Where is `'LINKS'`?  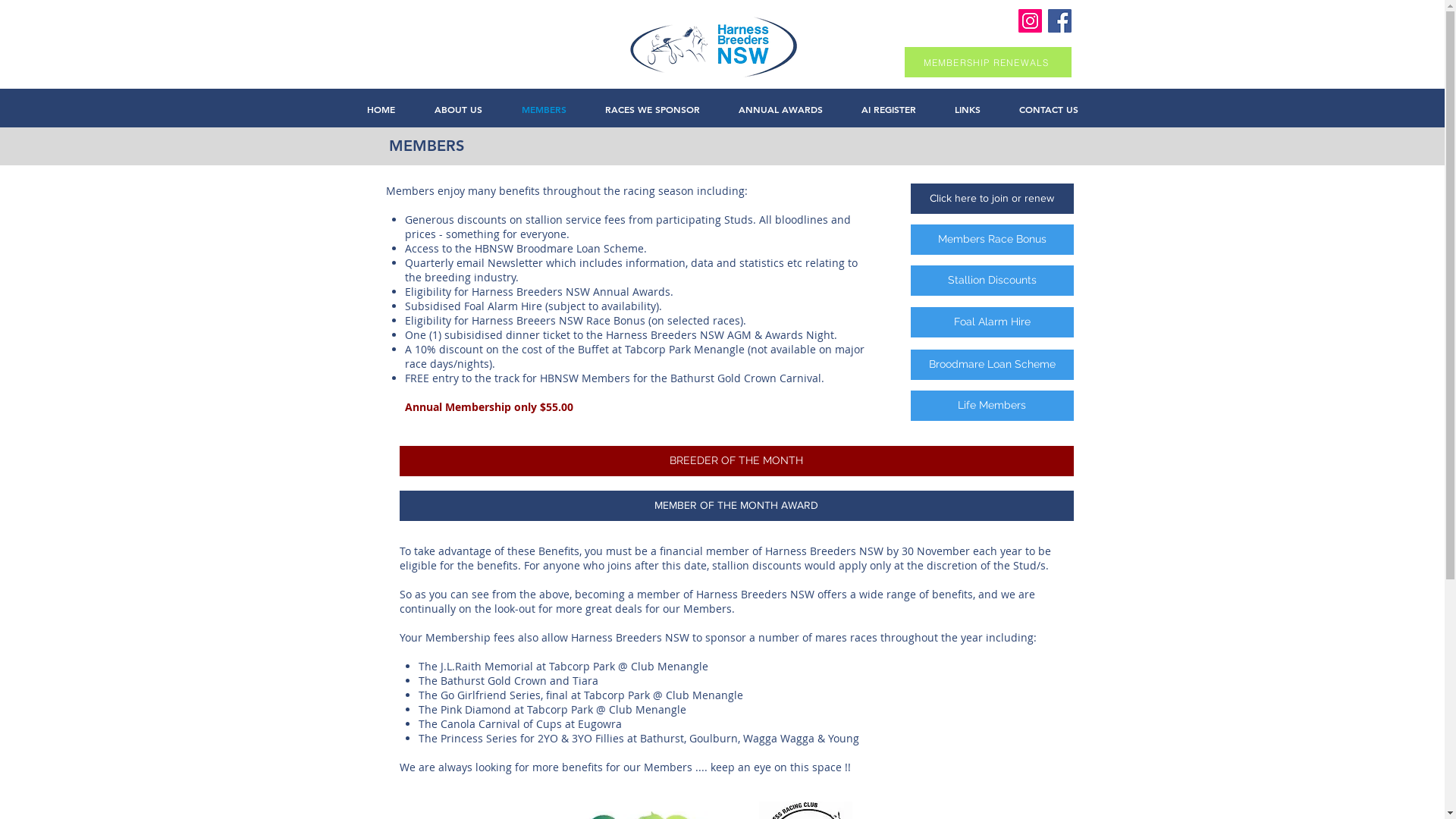
'LINKS' is located at coordinates (967, 108).